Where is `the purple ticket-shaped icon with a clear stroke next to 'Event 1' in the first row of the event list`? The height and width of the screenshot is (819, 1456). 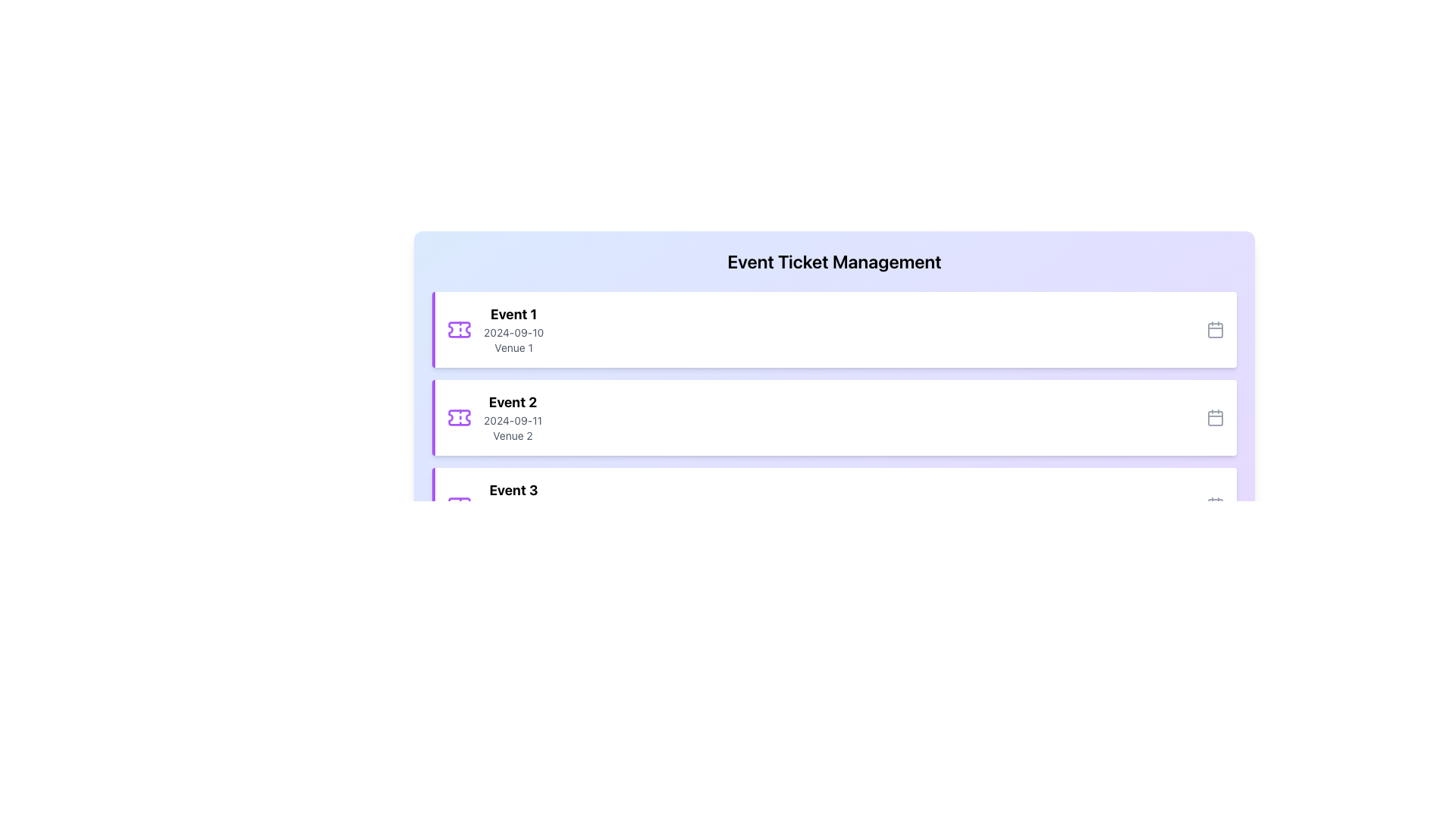 the purple ticket-shaped icon with a clear stroke next to 'Event 1' in the first row of the event list is located at coordinates (458, 329).